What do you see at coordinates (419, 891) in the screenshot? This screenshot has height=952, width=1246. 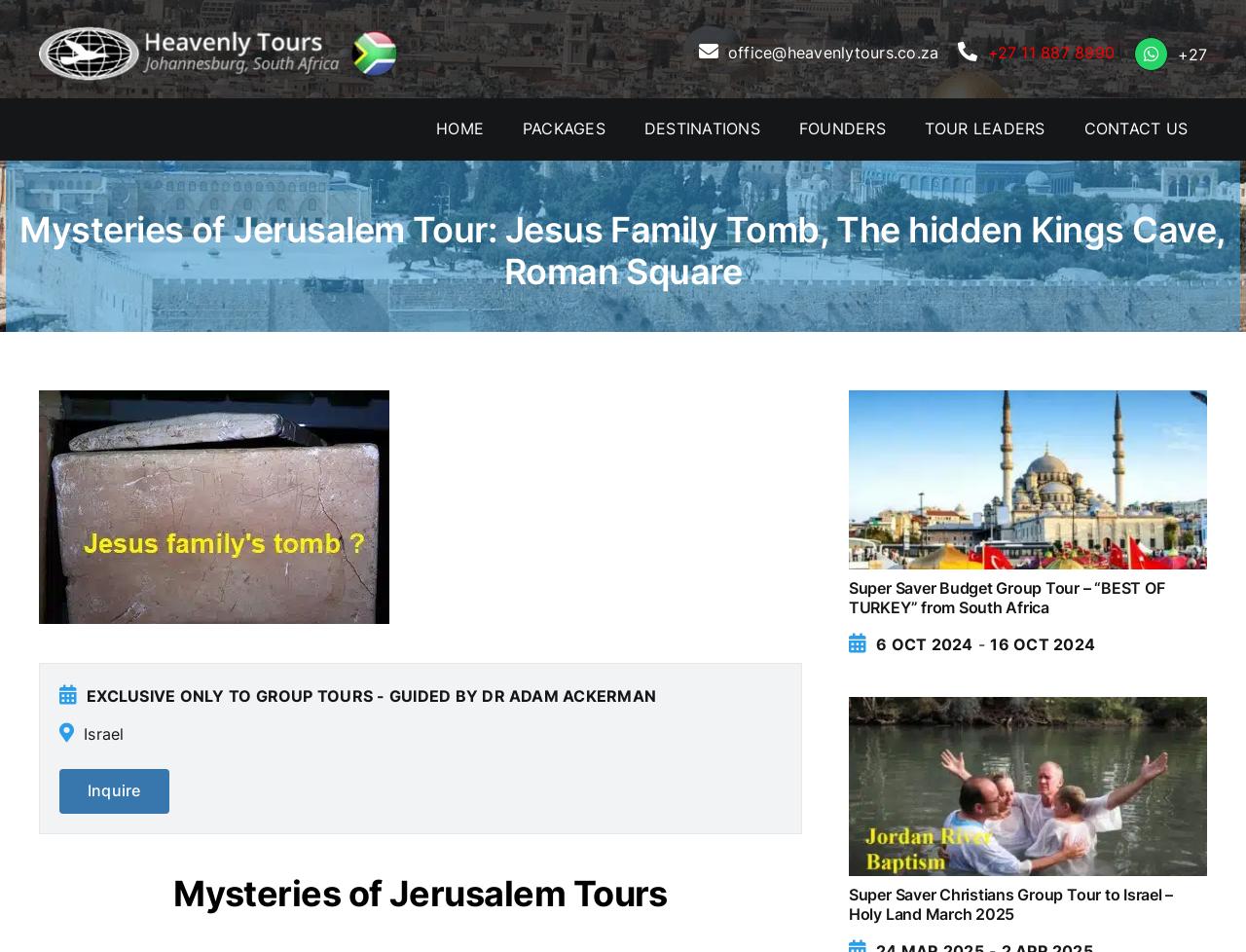 I see `'Mysteries of Jerusalem Tours'` at bounding box center [419, 891].